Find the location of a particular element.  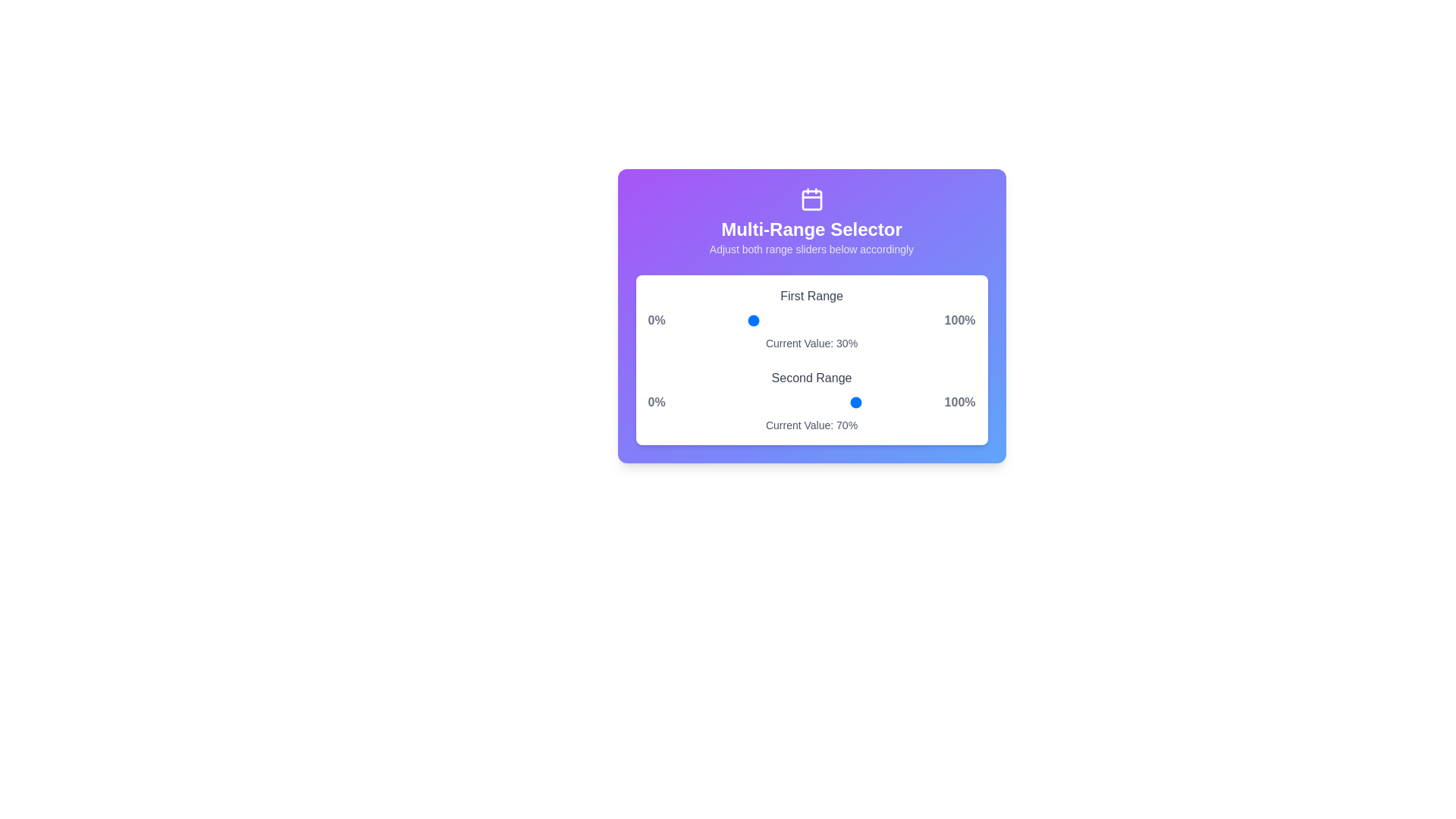

the second range slider is located at coordinates (719, 402).